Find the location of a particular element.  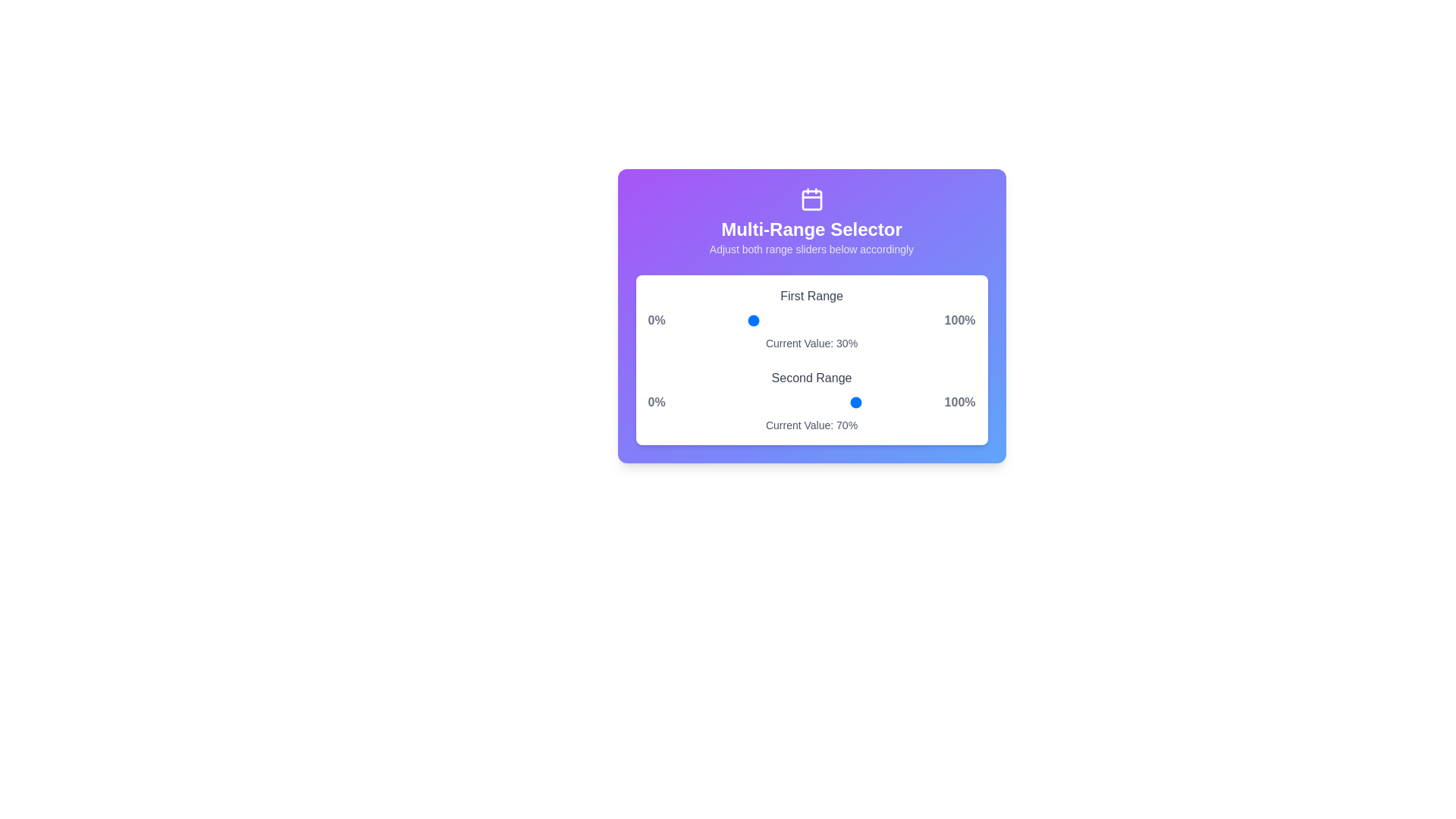

the second range slider is located at coordinates (719, 402).